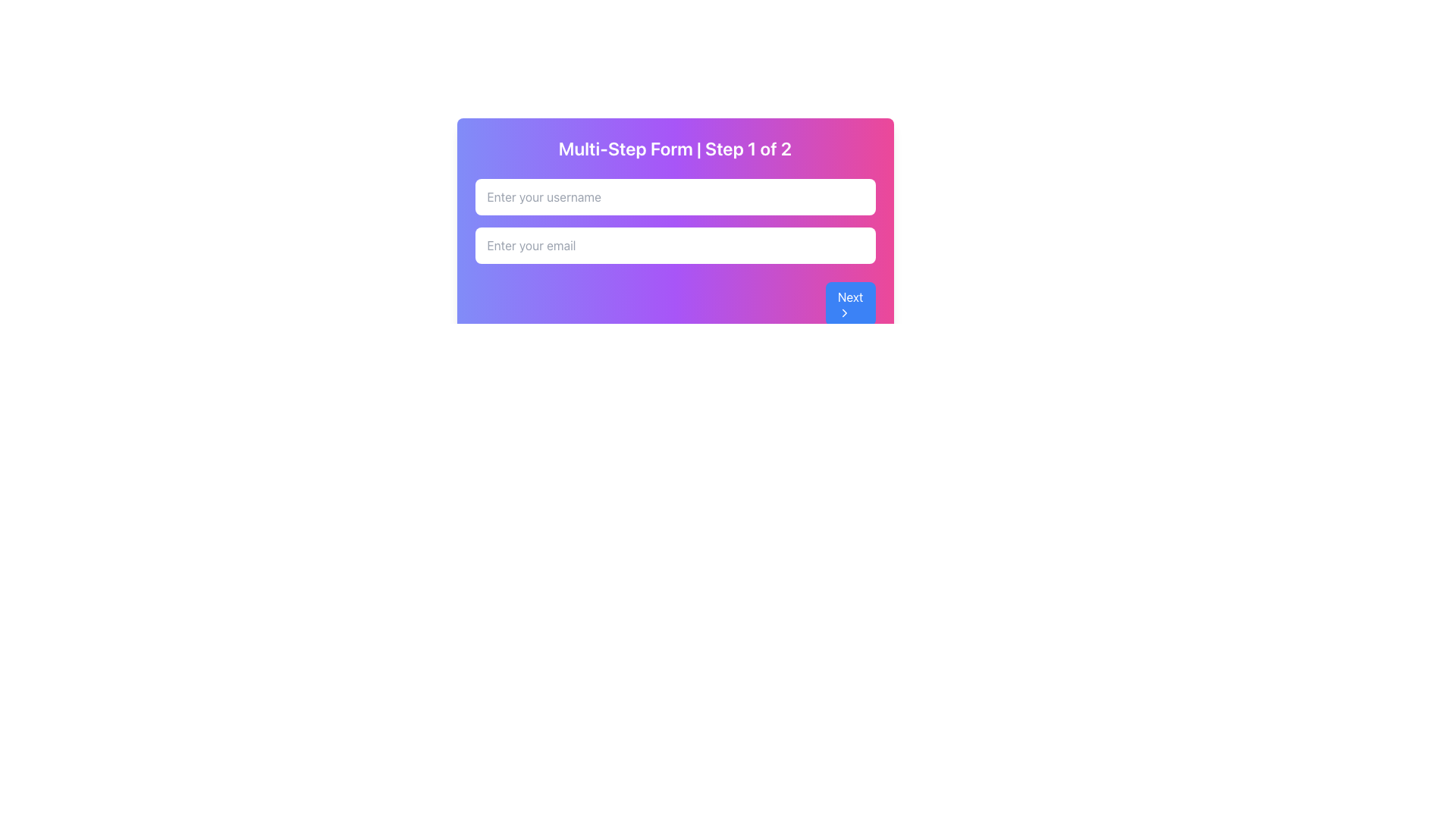  I want to click on the SVG-based icon positioned in the right portion of the blue rectangular button labeled 'Next' located at the bottom-right corner of the card, so click(843, 312).